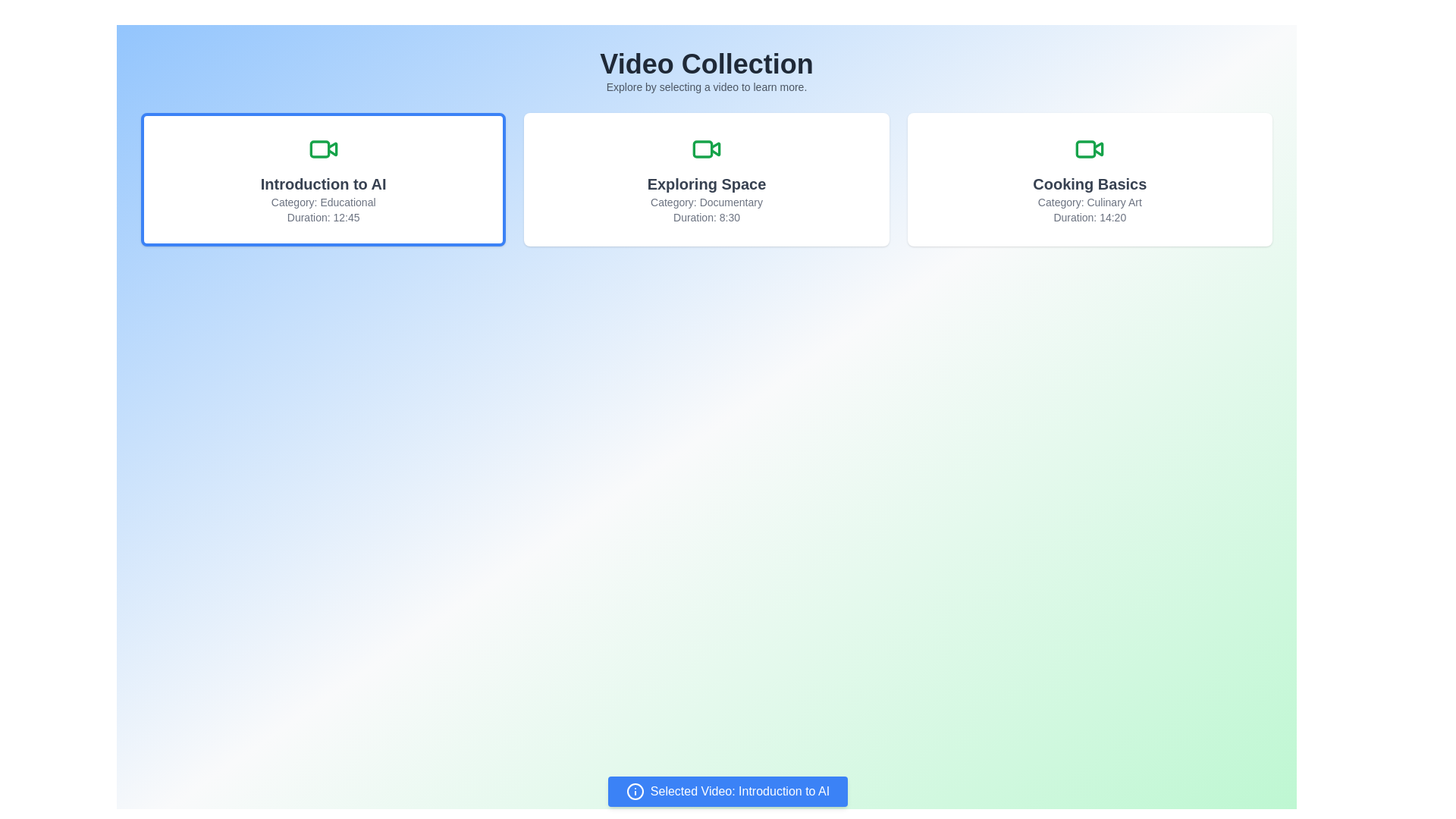  I want to click on the Informational button located at the bottom center of the viewport, which is a blue rectangular button with an 'i' icon and the text 'Selected Video: Introduction to AI', so click(728, 791).